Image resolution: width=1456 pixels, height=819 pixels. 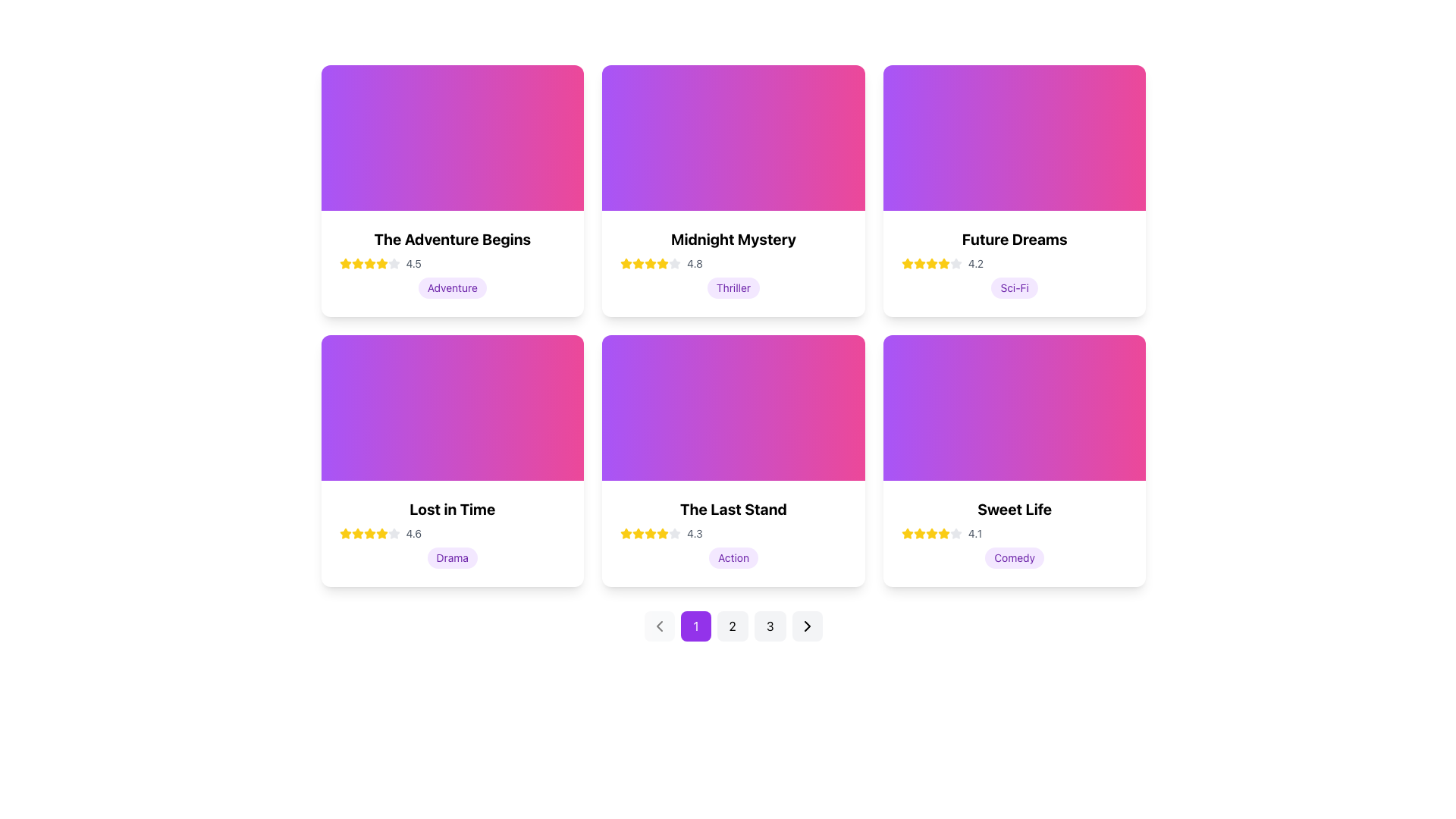 I want to click on the Tag label located below the numerical rating '4.8' in the card titled 'Midnight Mystery' in the second column of the first row, so click(x=733, y=288).